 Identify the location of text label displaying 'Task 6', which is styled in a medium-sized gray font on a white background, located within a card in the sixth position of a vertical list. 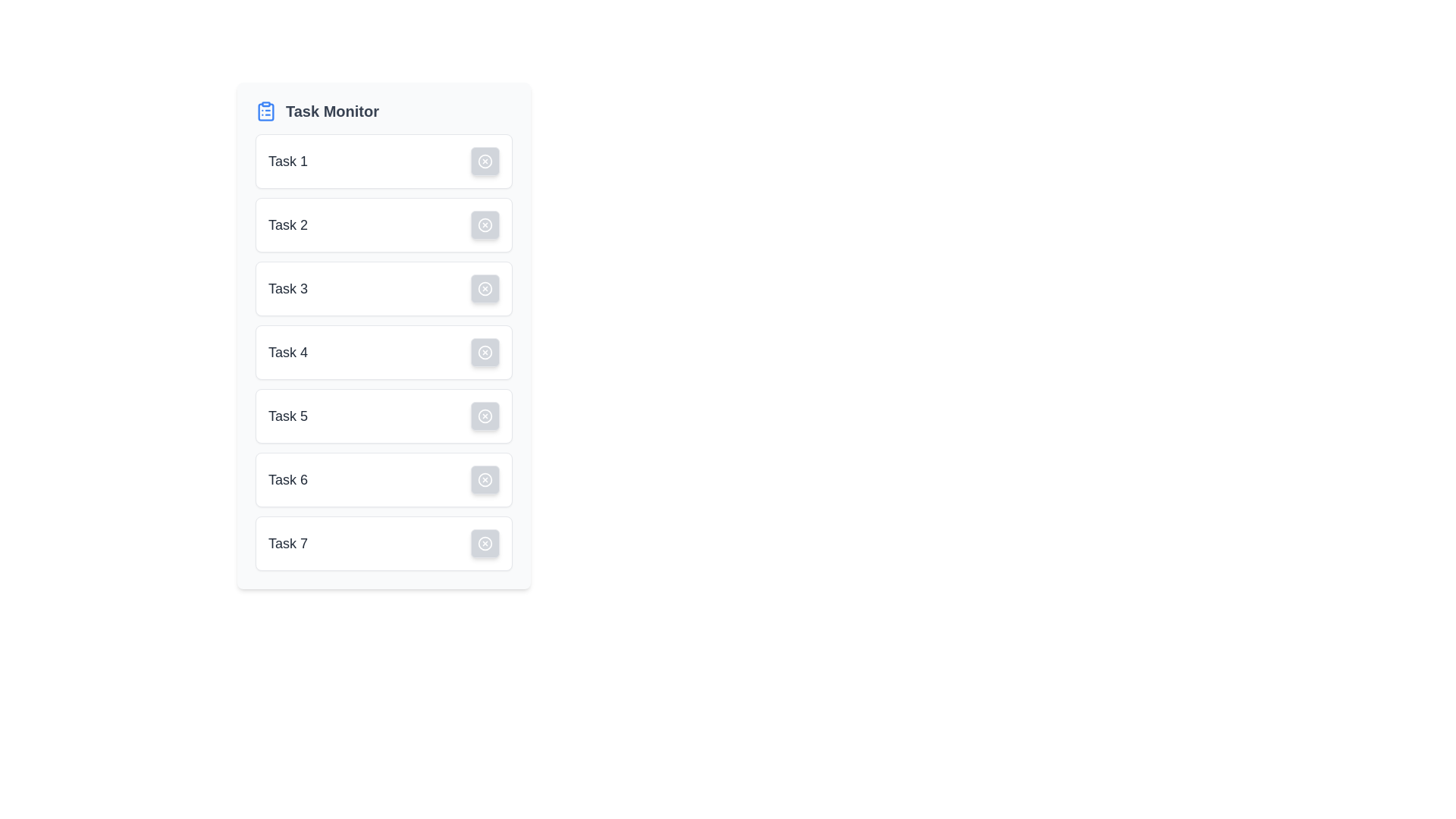
(287, 479).